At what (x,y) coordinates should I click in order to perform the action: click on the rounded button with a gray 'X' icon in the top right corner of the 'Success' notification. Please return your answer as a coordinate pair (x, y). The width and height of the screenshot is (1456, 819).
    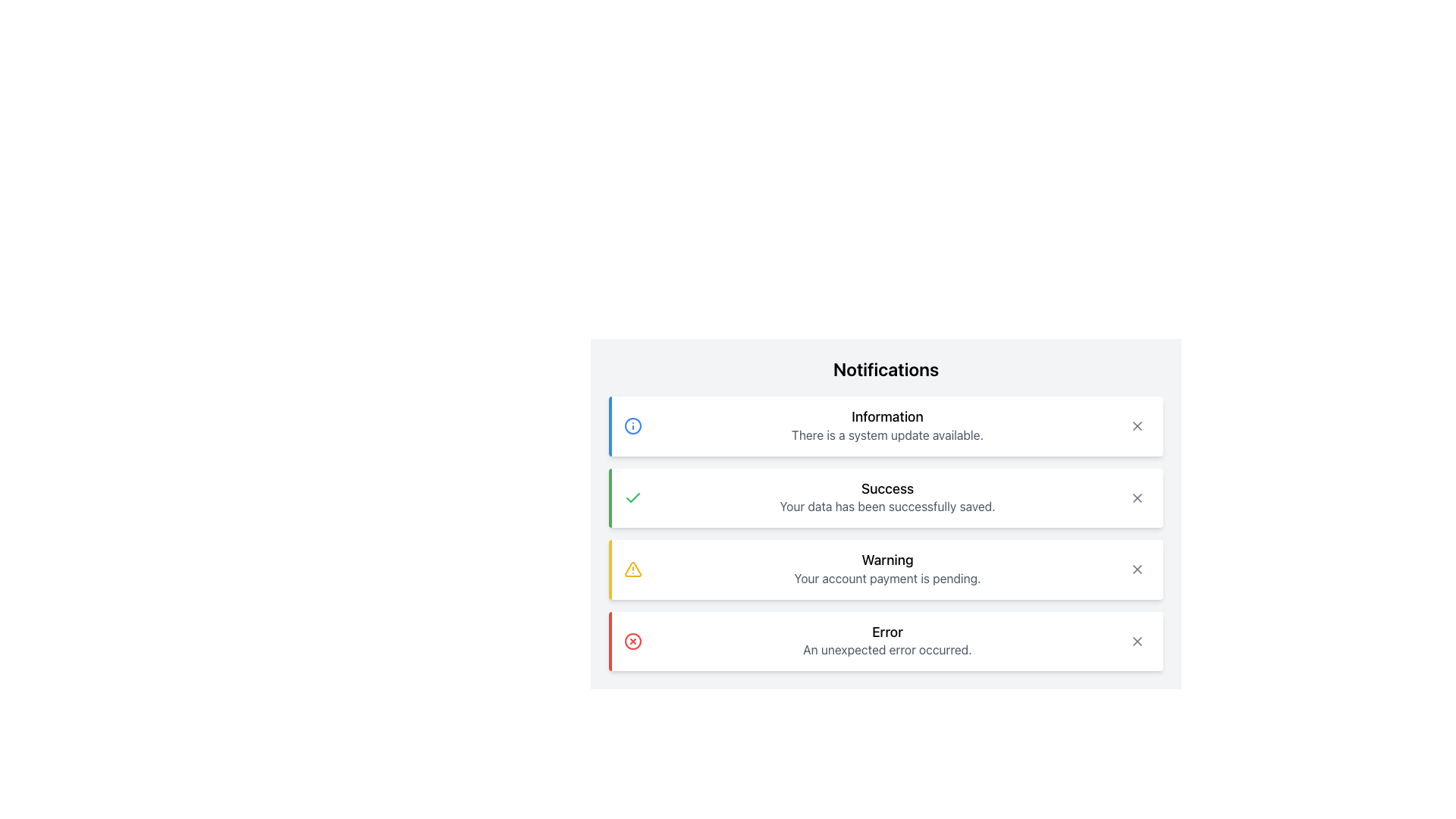
    Looking at the image, I should click on (1137, 497).